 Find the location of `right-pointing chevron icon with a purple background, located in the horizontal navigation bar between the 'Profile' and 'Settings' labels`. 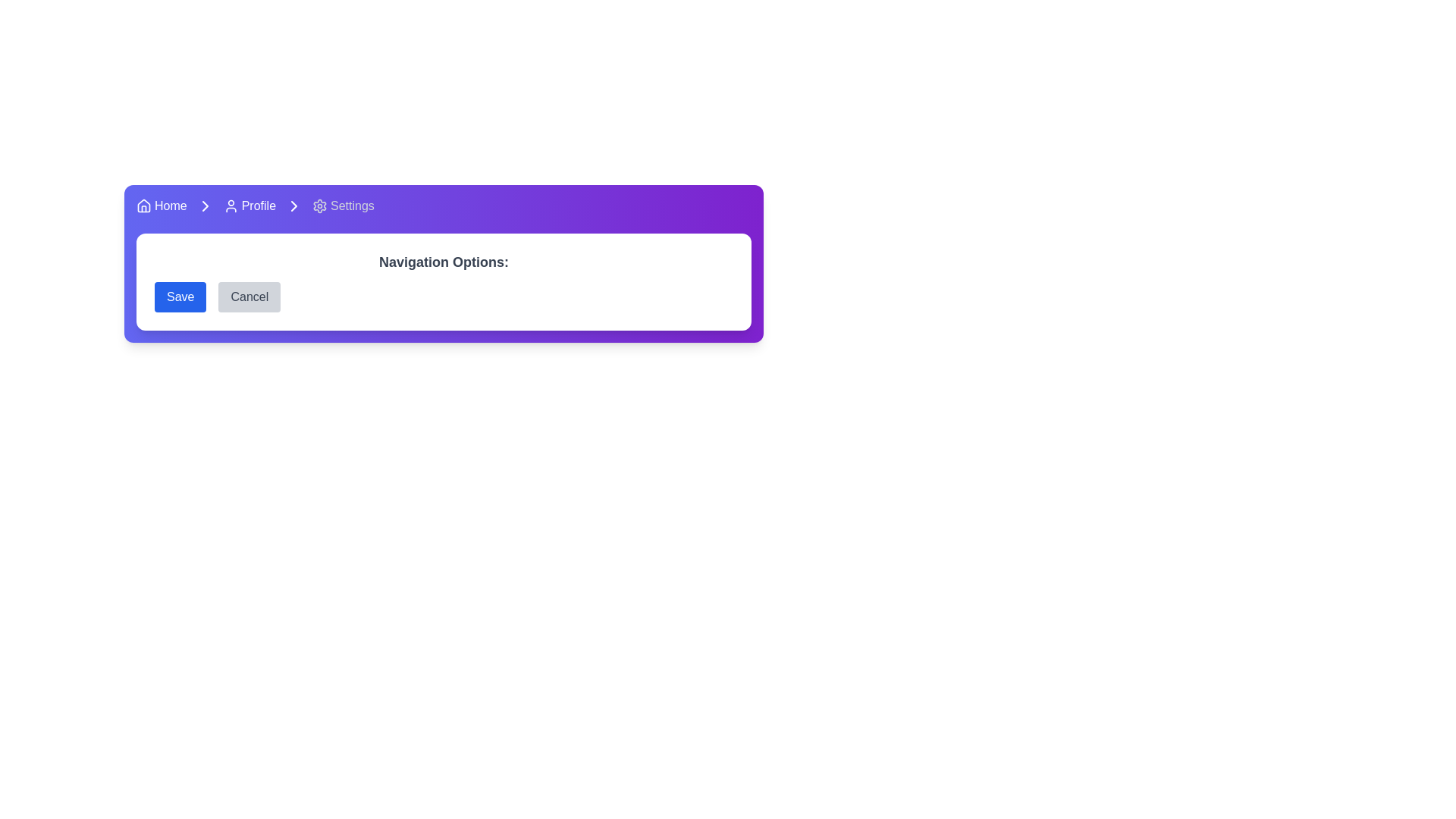

right-pointing chevron icon with a purple background, located in the horizontal navigation bar between the 'Profile' and 'Settings' labels is located at coordinates (294, 206).